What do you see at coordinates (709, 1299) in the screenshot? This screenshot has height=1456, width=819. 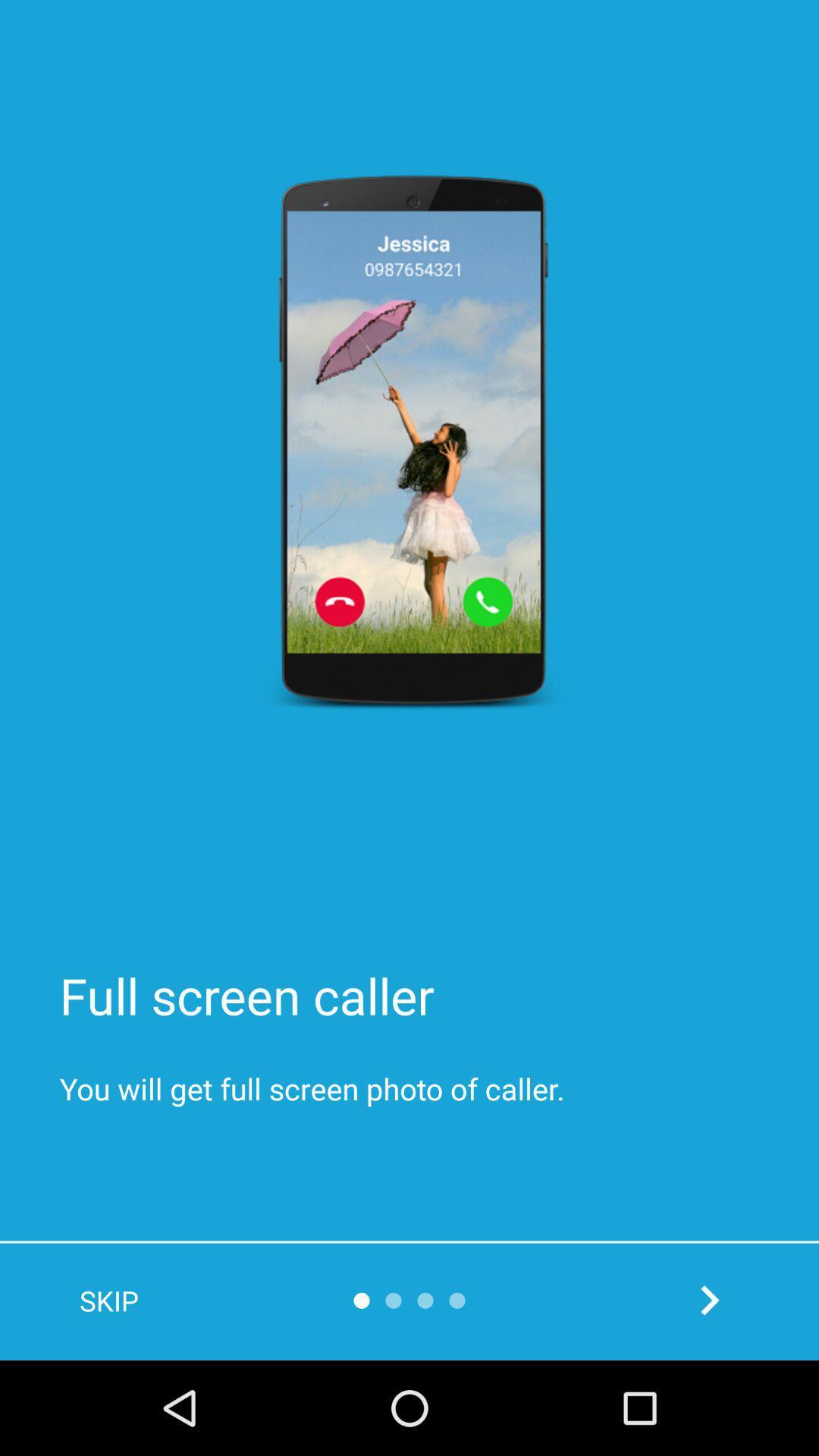 I see `the icon at the bottom right corner` at bounding box center [709, 1299].